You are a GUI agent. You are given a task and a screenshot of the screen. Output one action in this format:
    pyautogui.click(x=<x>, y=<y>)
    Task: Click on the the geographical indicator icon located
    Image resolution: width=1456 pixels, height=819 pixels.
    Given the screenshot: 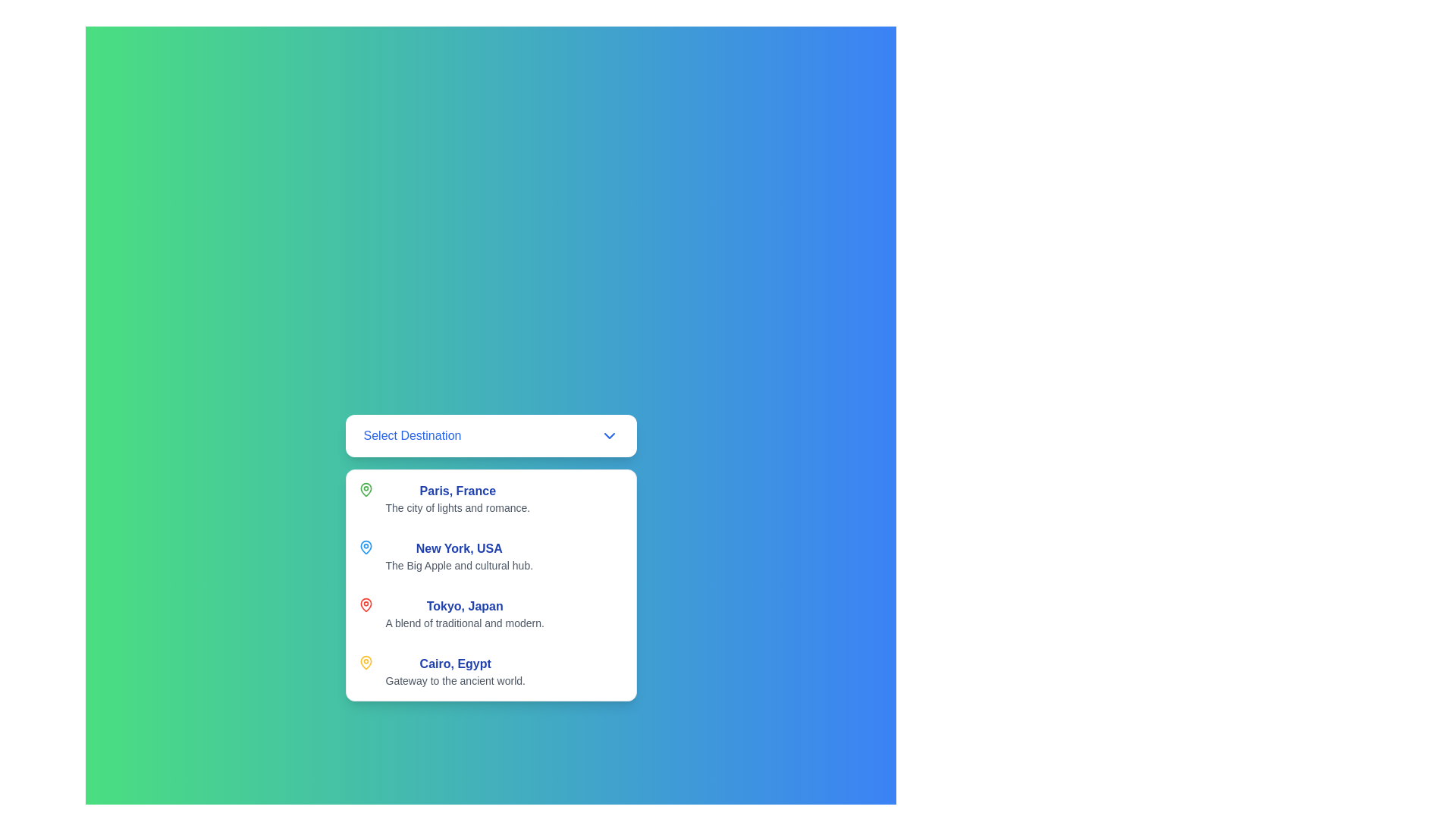 What is the action you would take?
    pyautogui.click(x=366, y=547)
    